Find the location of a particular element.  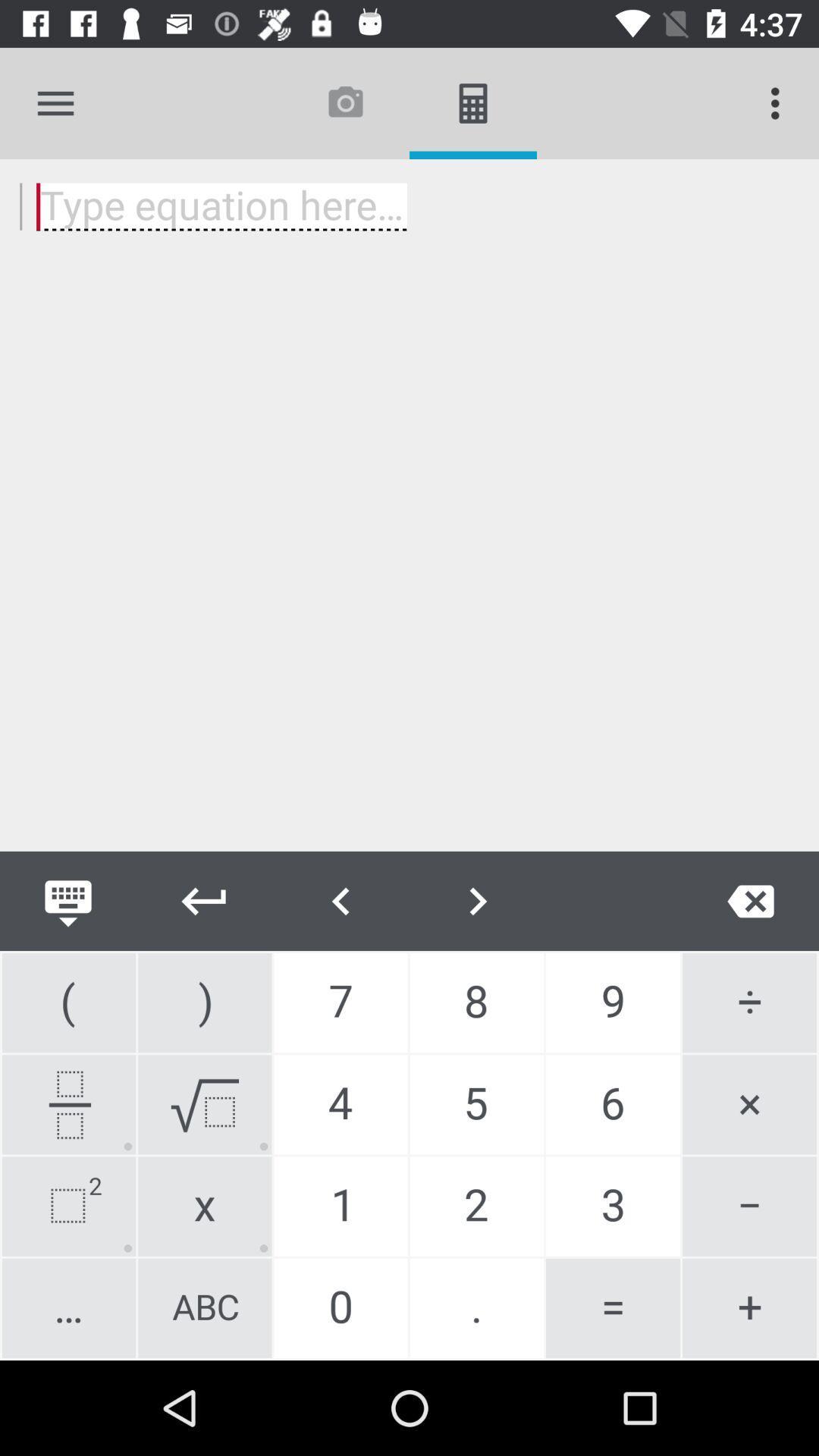

open keyboard is located at coordinates (67, 901).